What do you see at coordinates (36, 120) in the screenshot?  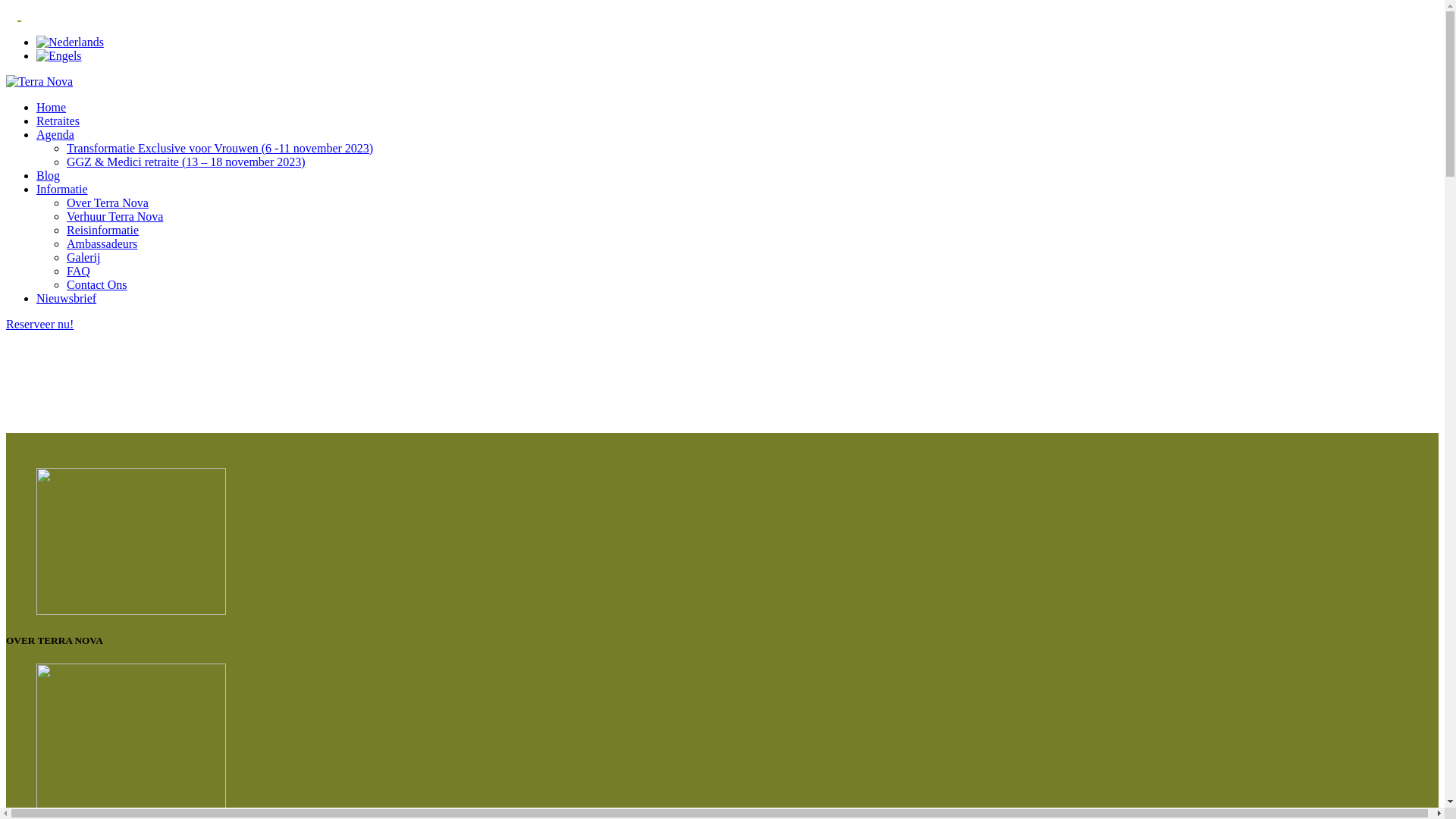 I see `'Retraites'` at bounding box center [36, 120].